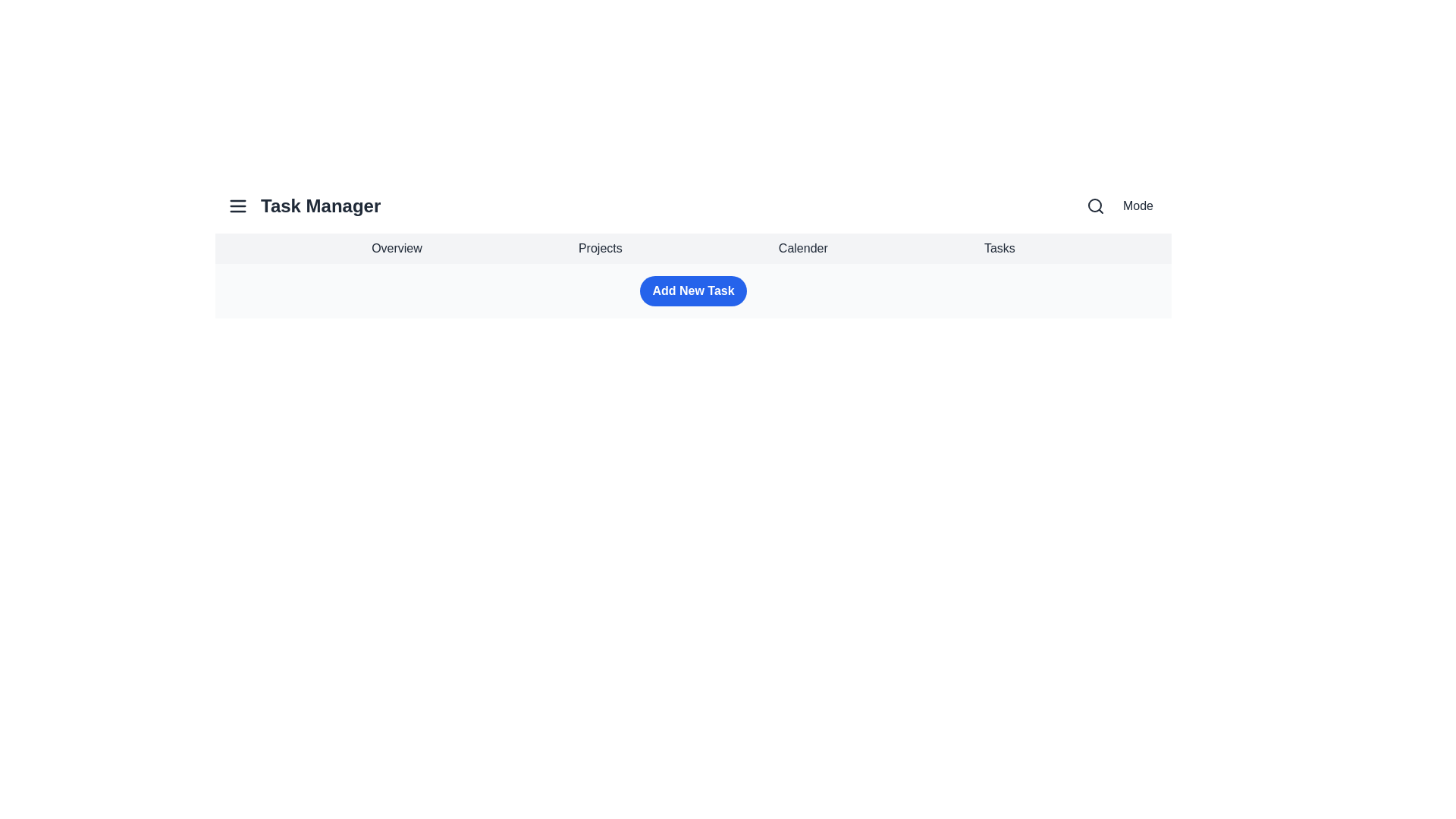 This screenshot has height=819, width=1456. What do you see at coordinates (1138, 206) in the screenshot?
I see `the 'Mode' button to toggle between light and dark mode` at bounding box center [1138, 206].